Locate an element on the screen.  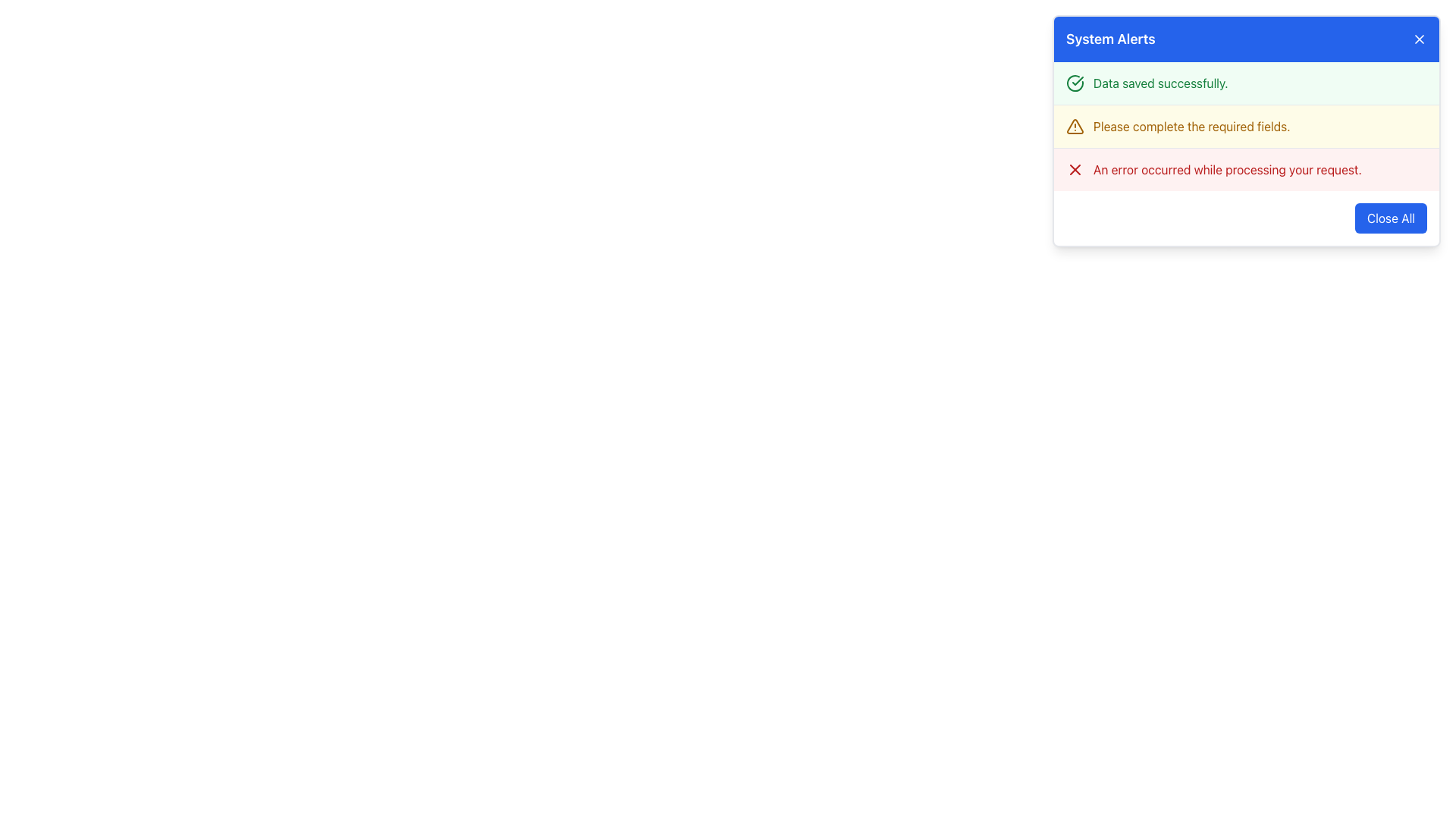
error text displayed in red that states 'An error occurred while processing your request.' within the third alert box of the 'System Alerts' section, located below the yellow alert message is located at coordinates (1227, 169).